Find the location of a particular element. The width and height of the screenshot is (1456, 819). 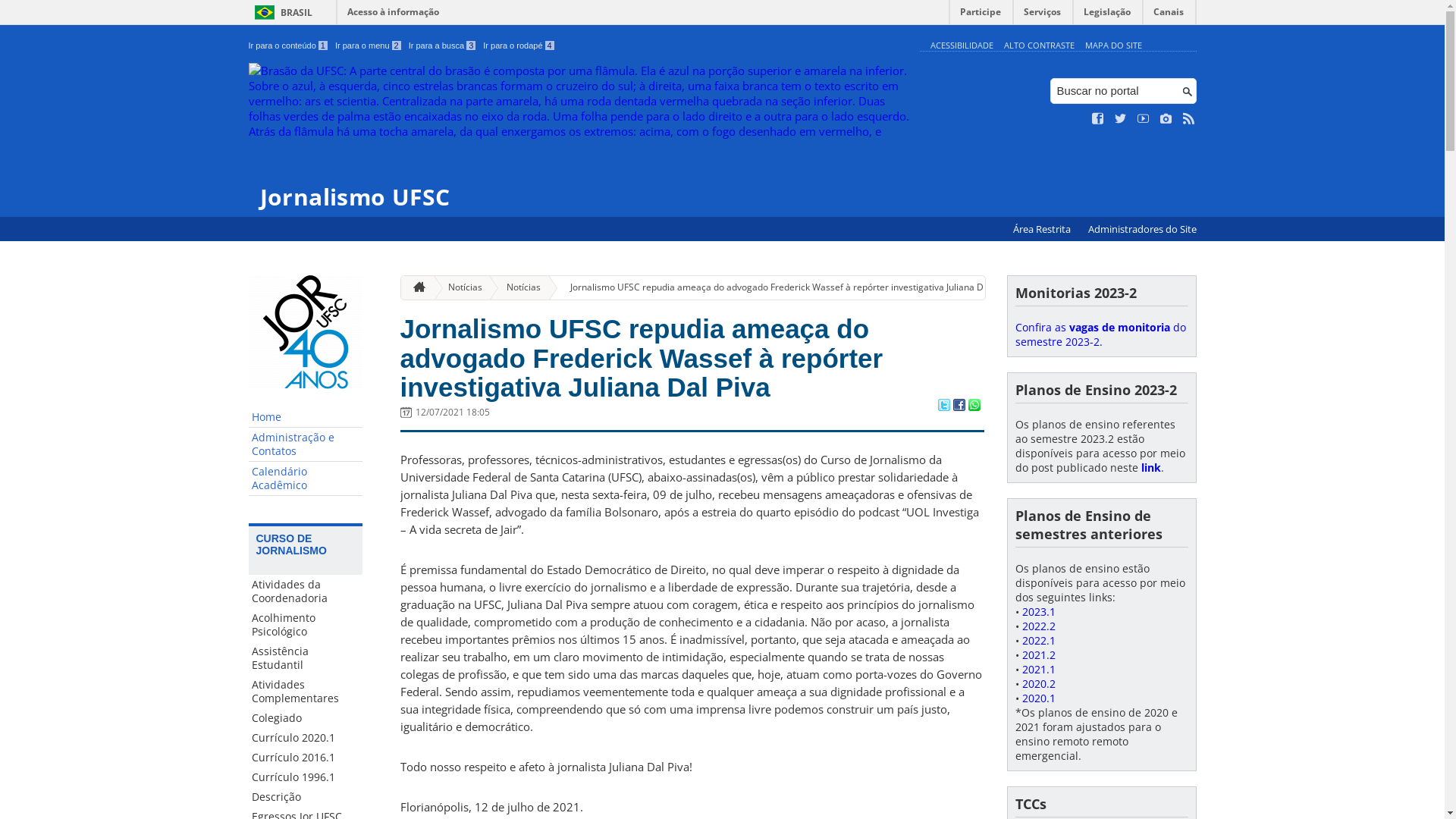

'Atividades Complementares' is located at coordinates (305, 691).